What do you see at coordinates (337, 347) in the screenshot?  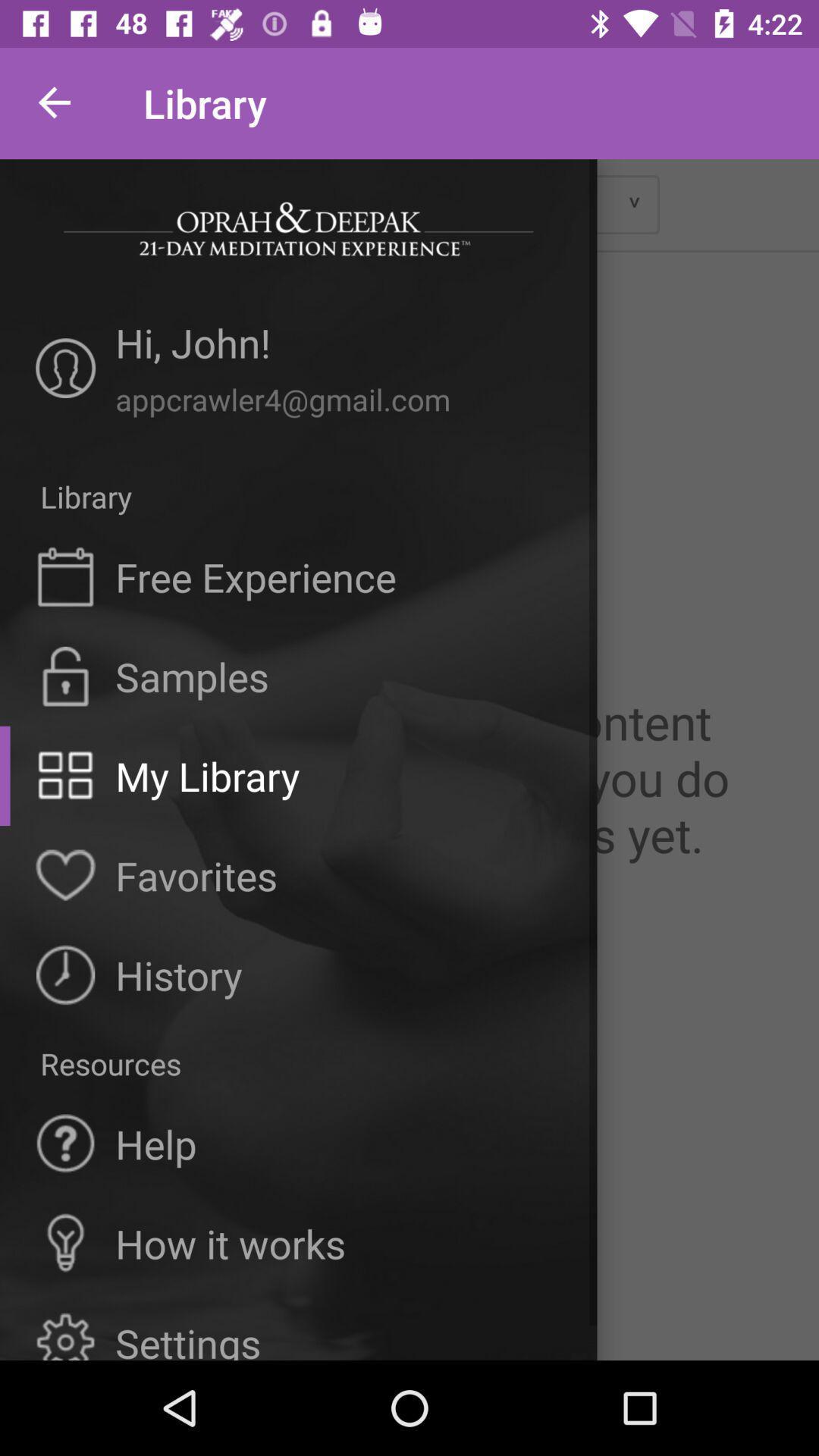 I see `the icon above the appcrawler4@gmail.com item` at bounding box center [337, 347].